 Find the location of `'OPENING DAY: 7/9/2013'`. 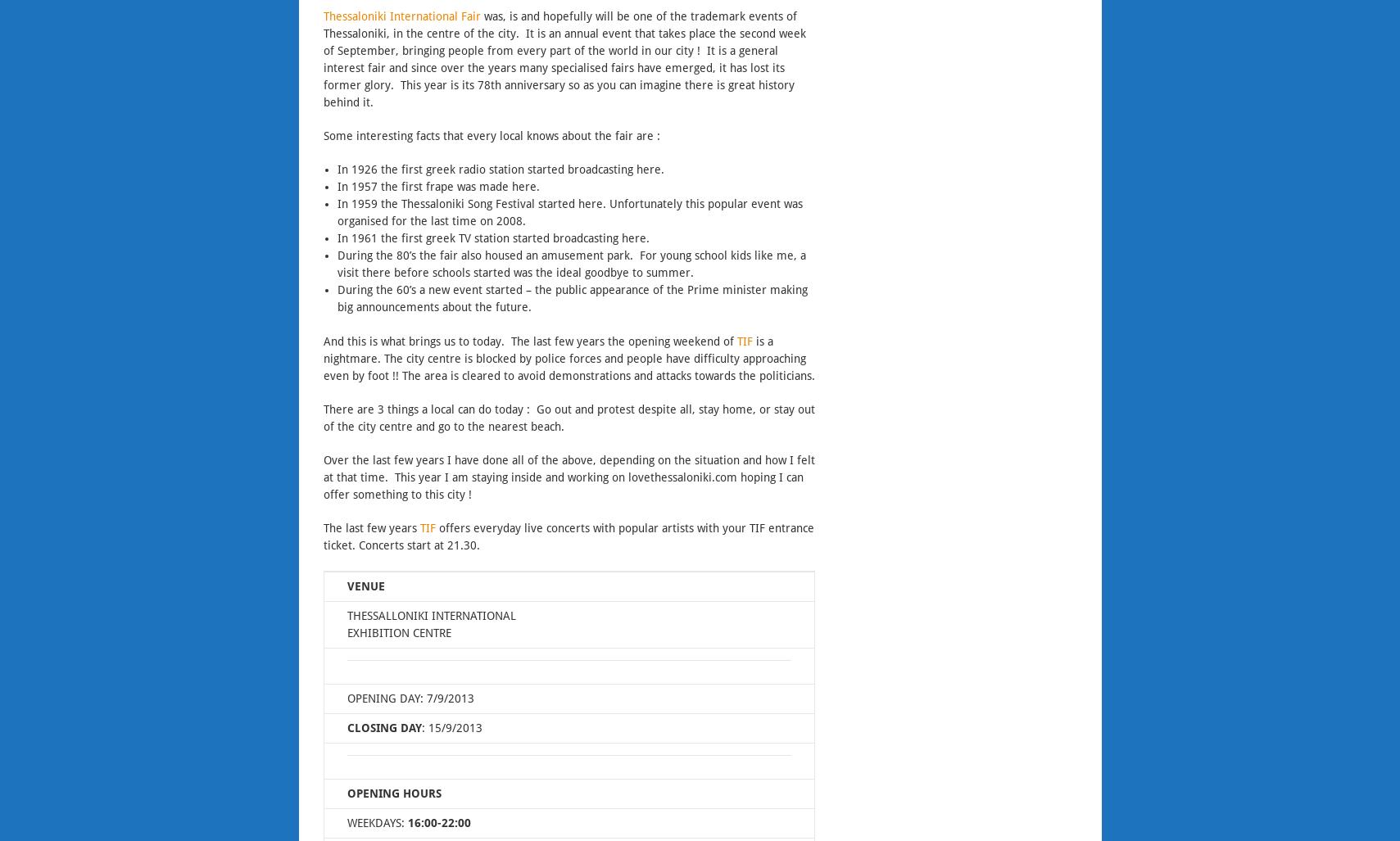

'OPENING DAY: 7/9/2013' is located at coordinates (409, 699).